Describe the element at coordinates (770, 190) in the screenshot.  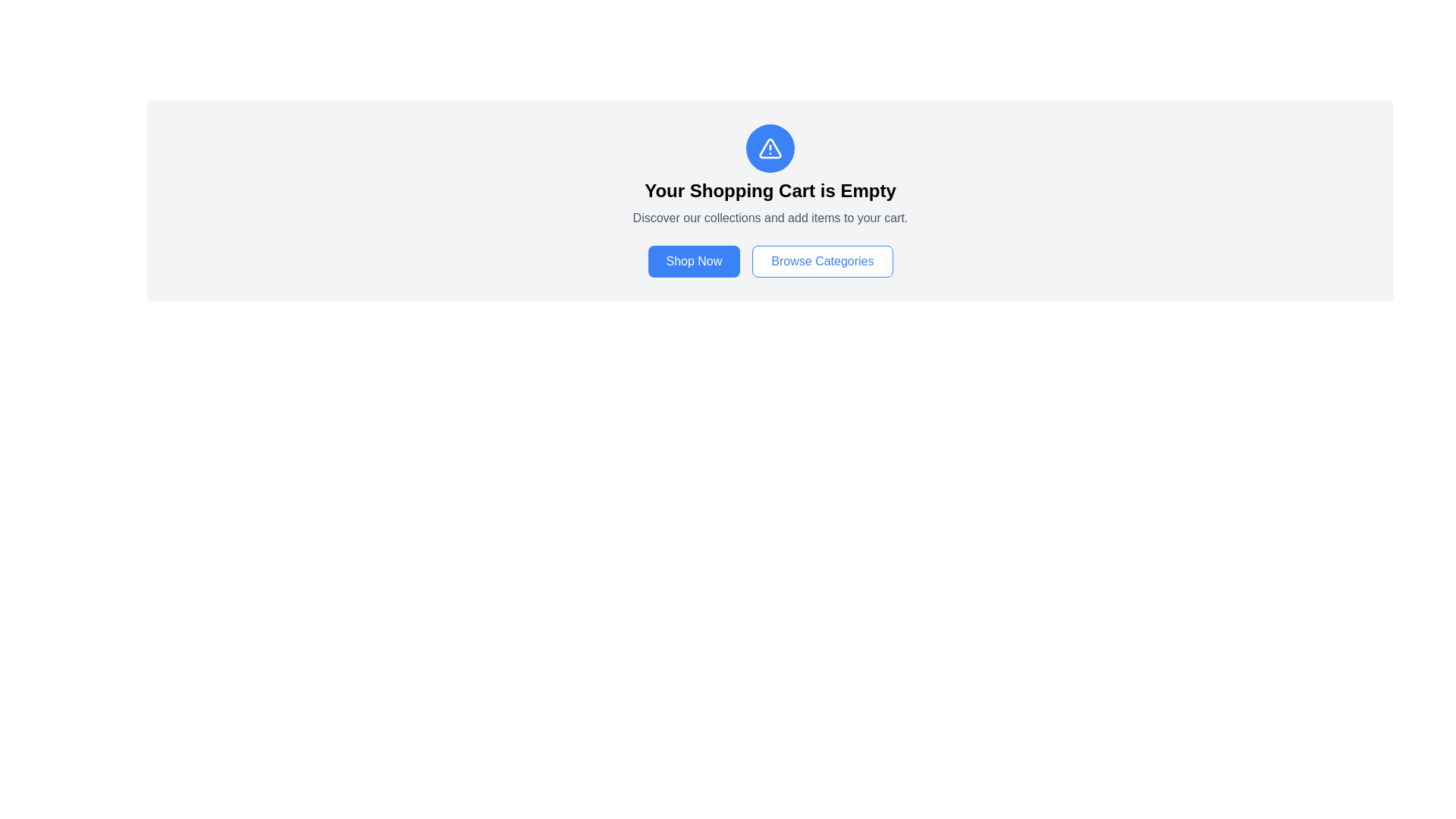
I see `the text element that reads 'Your Shopping Cart is Empty', which is centrally located below a warning icon and above description text and buttons` at that location.